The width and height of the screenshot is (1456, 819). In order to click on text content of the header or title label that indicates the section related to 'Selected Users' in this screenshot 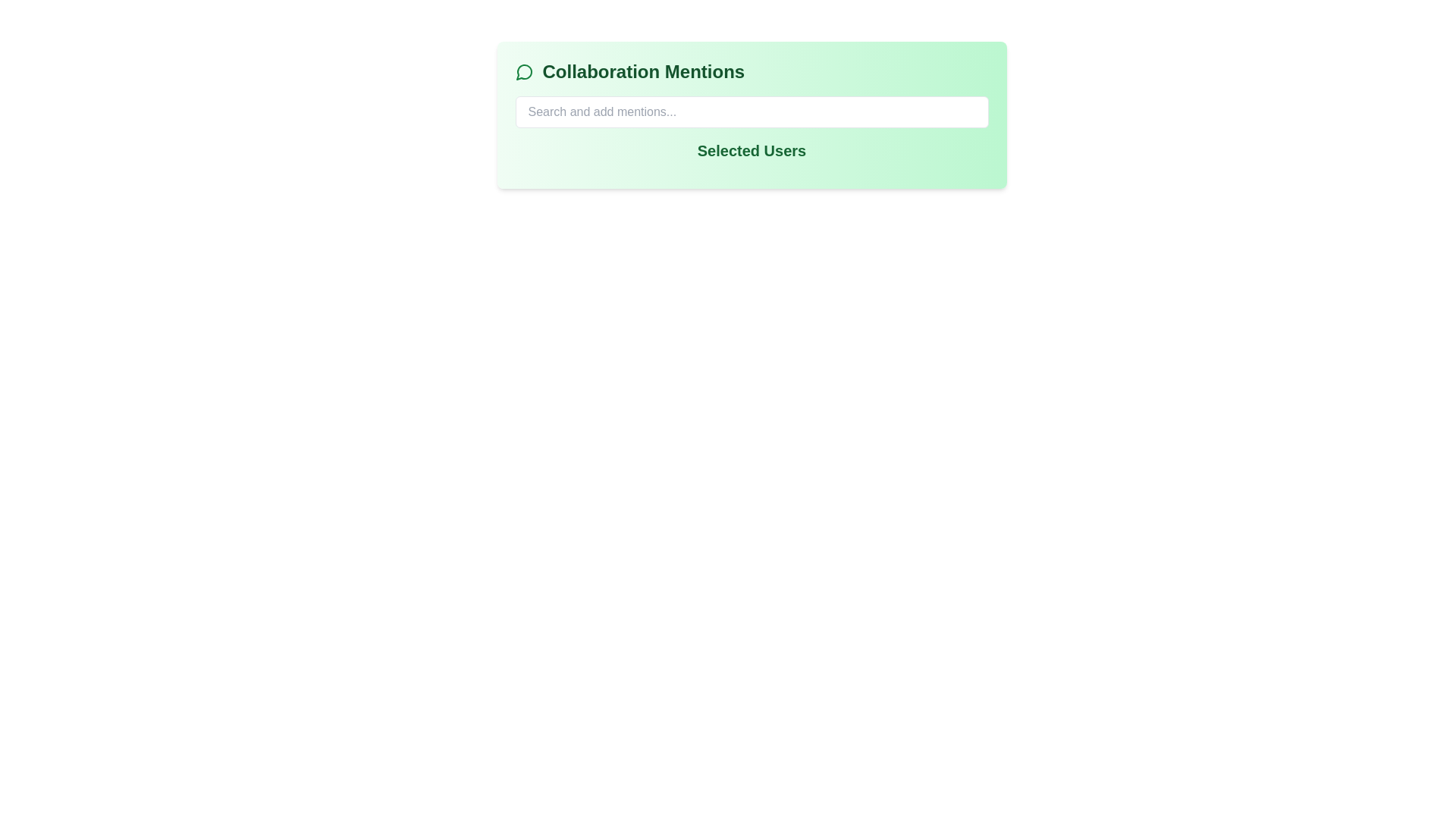, I will do `click(752, 151)`.